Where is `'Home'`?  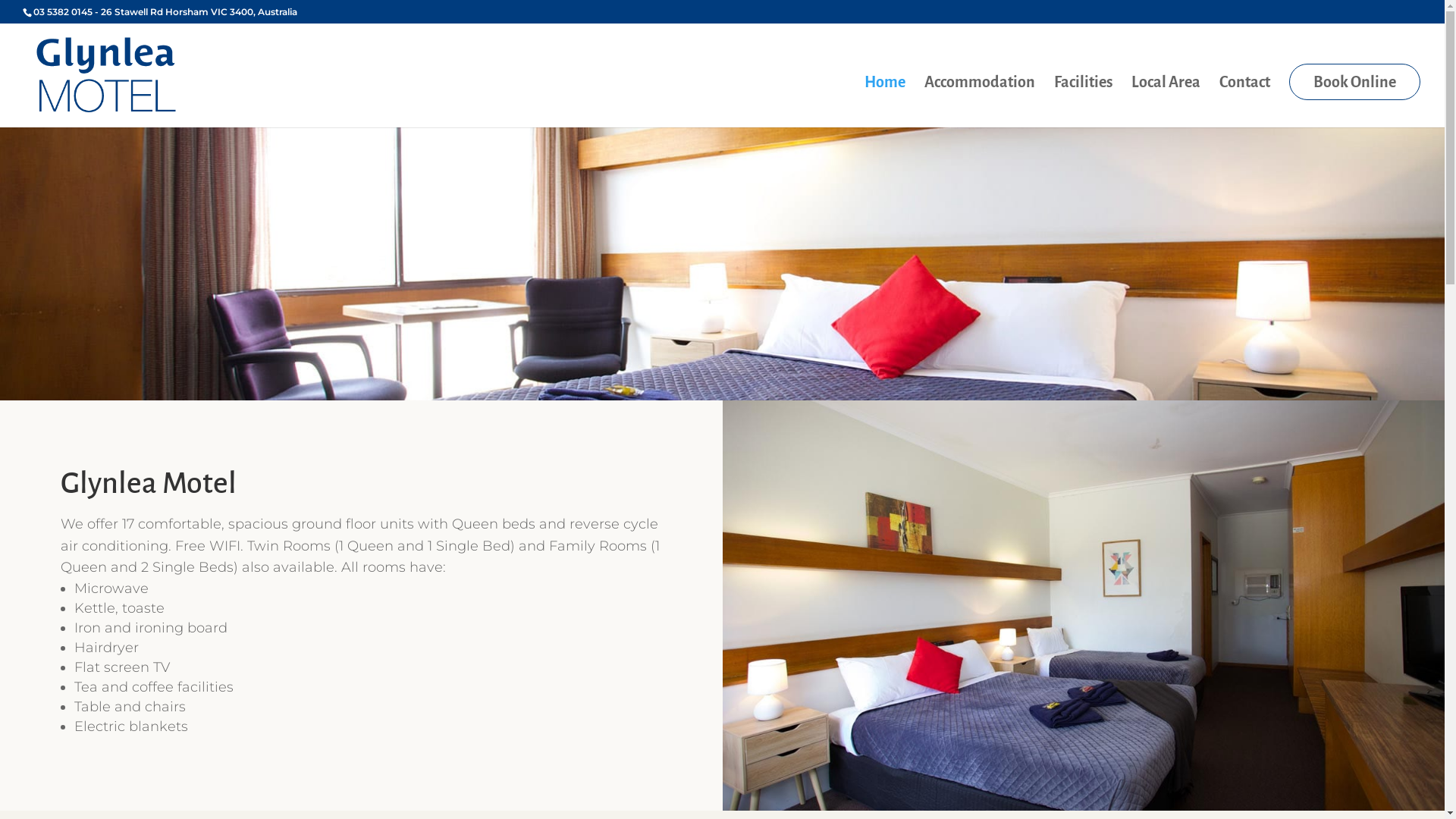 'Home' is located at coordinates (884, 102).